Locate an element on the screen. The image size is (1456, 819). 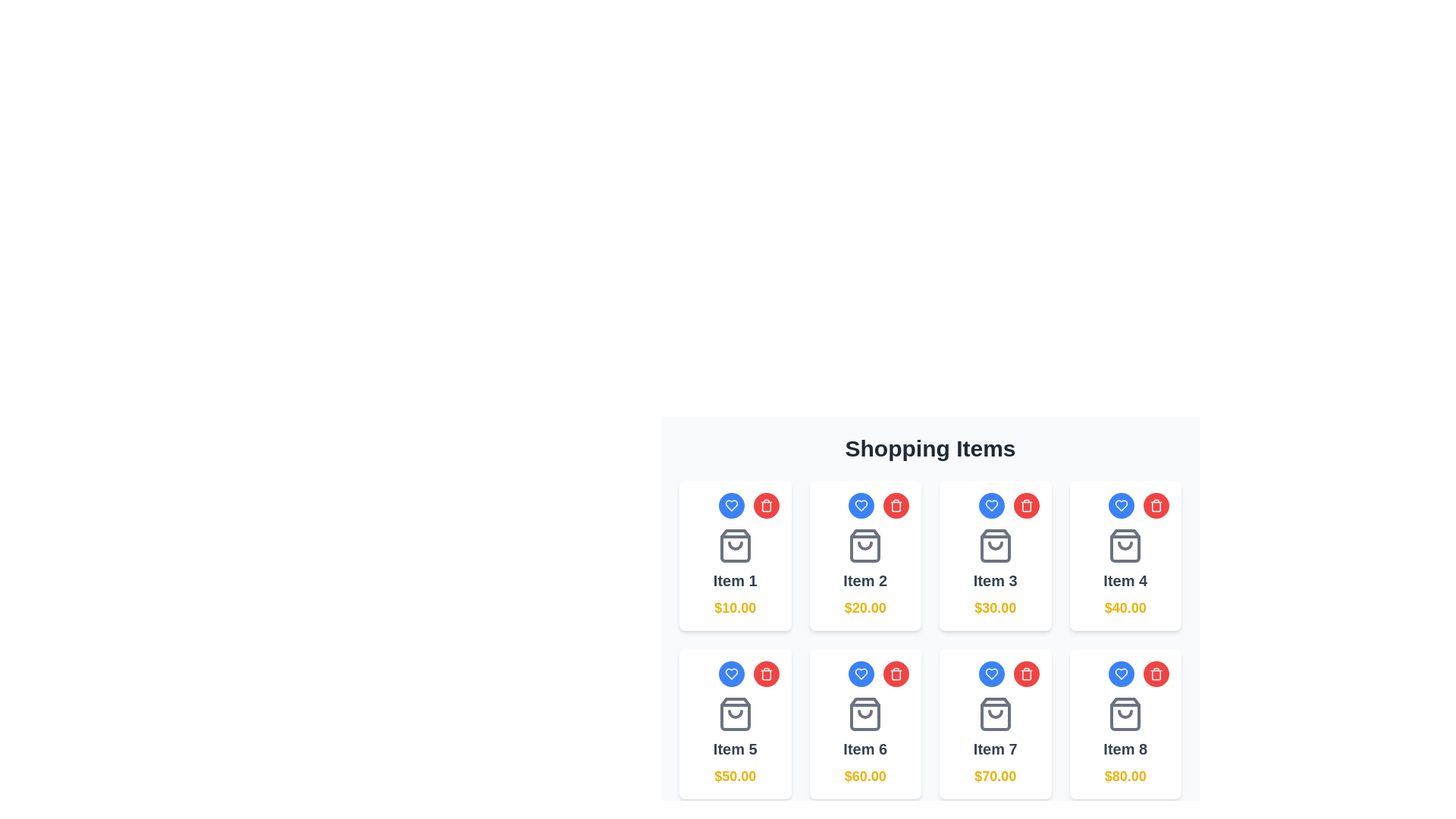
the graphical icon resembling a structured bag with handles, located in the top section of the first card labeled 'Item 1' in a grid layout is located at coordinates (735, 546).